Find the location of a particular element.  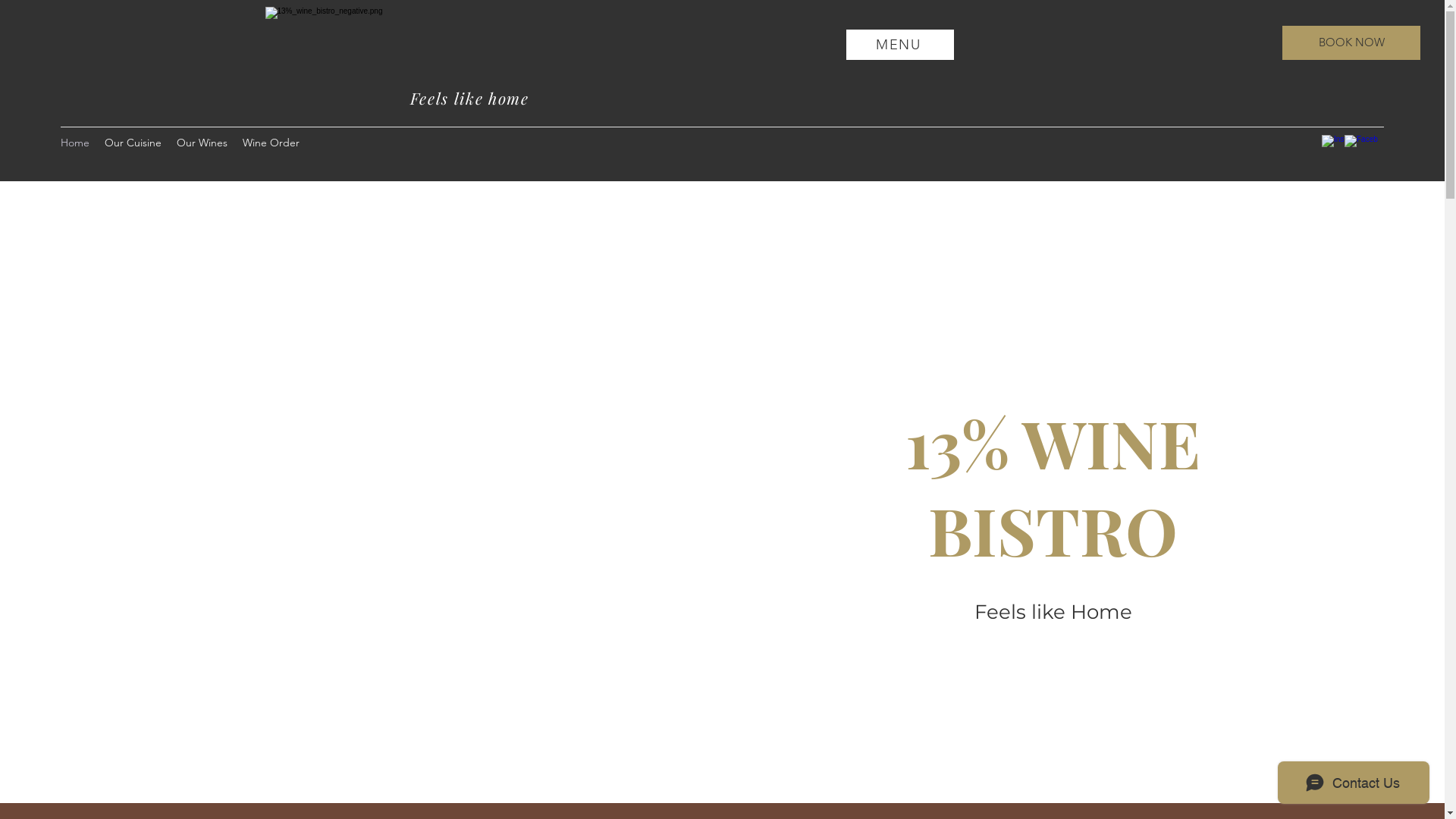

'Home' is located at coordinates (74, 143).